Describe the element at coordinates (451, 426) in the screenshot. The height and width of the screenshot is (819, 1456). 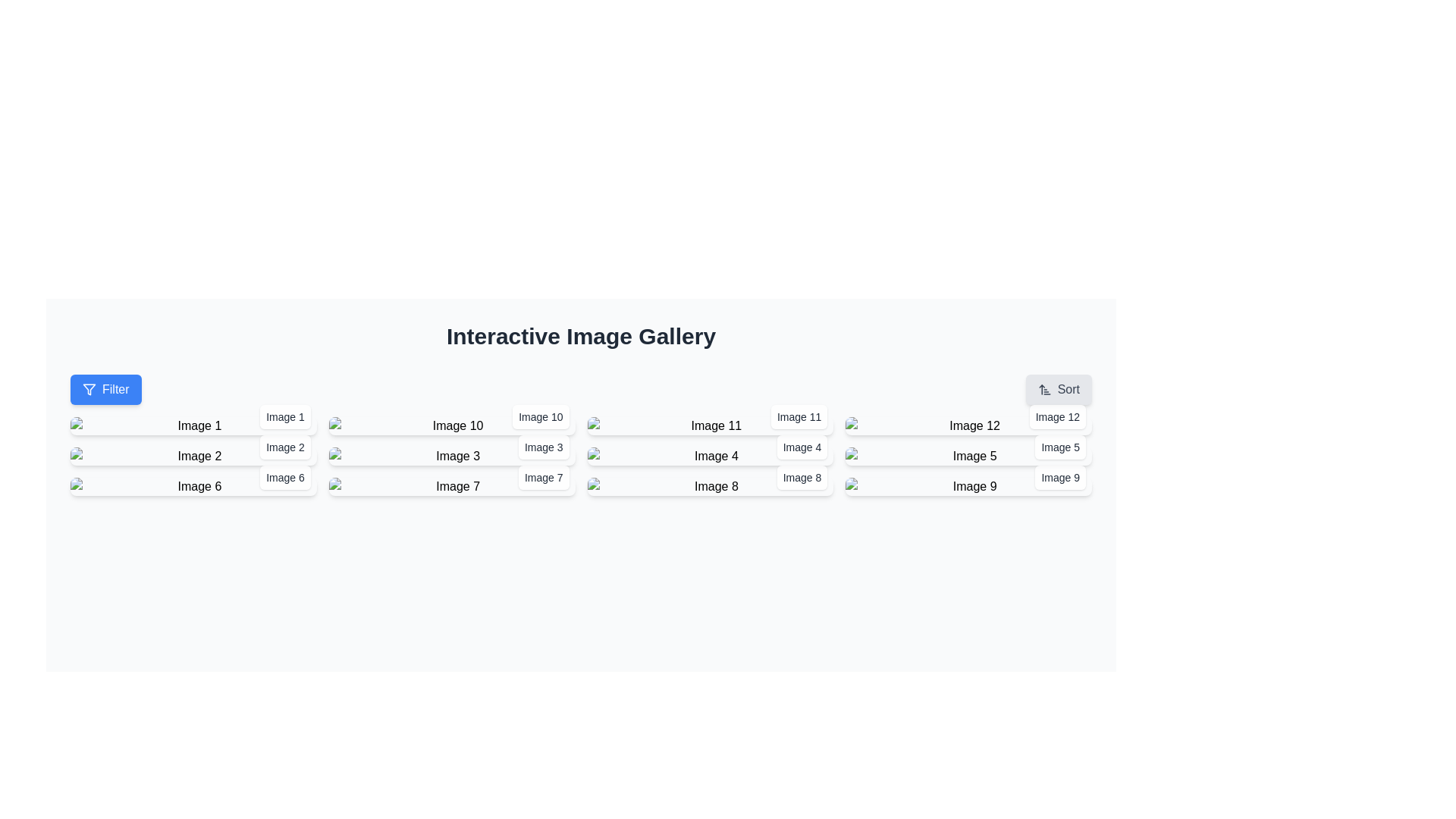
I see `on the ImageDisplay element, which is the second item in the first row of a 4x4 grid layout, displaying an image thumbnail with its corresponding label` at that location.